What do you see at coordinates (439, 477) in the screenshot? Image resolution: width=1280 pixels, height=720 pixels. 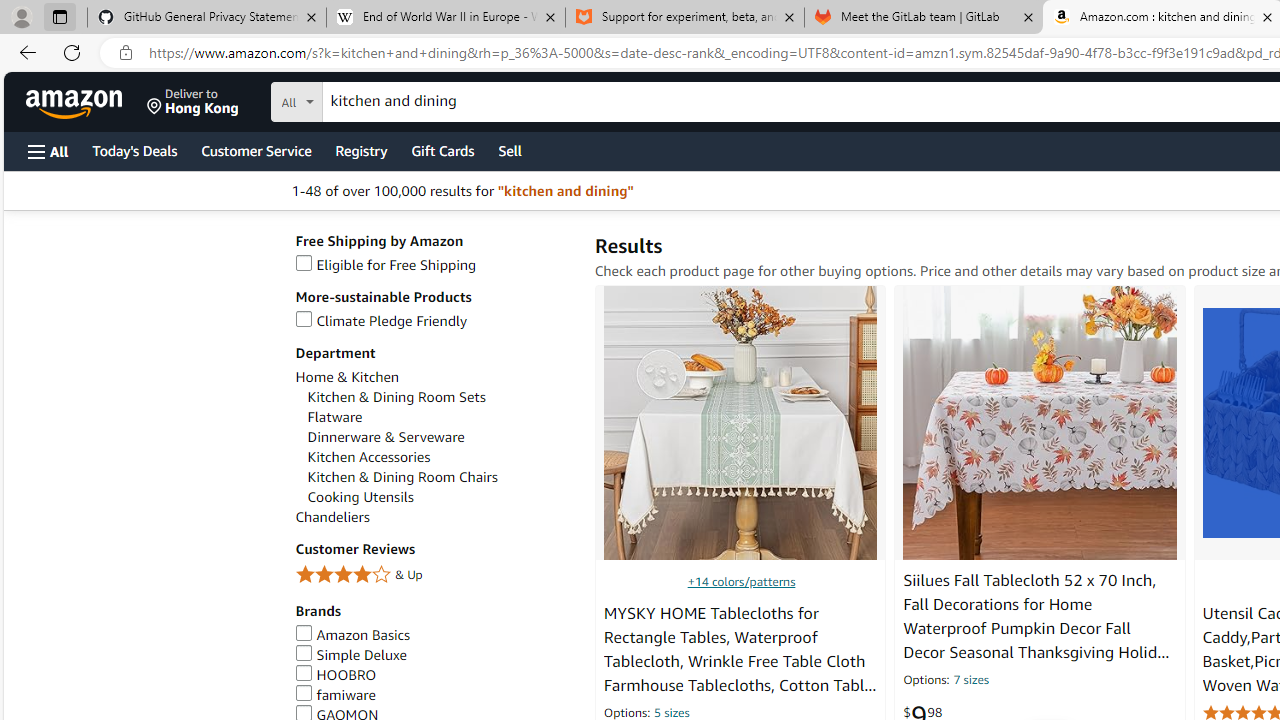 I see `'Kitchen & Dining Room Chairs'` at bounding box center [439, 477].